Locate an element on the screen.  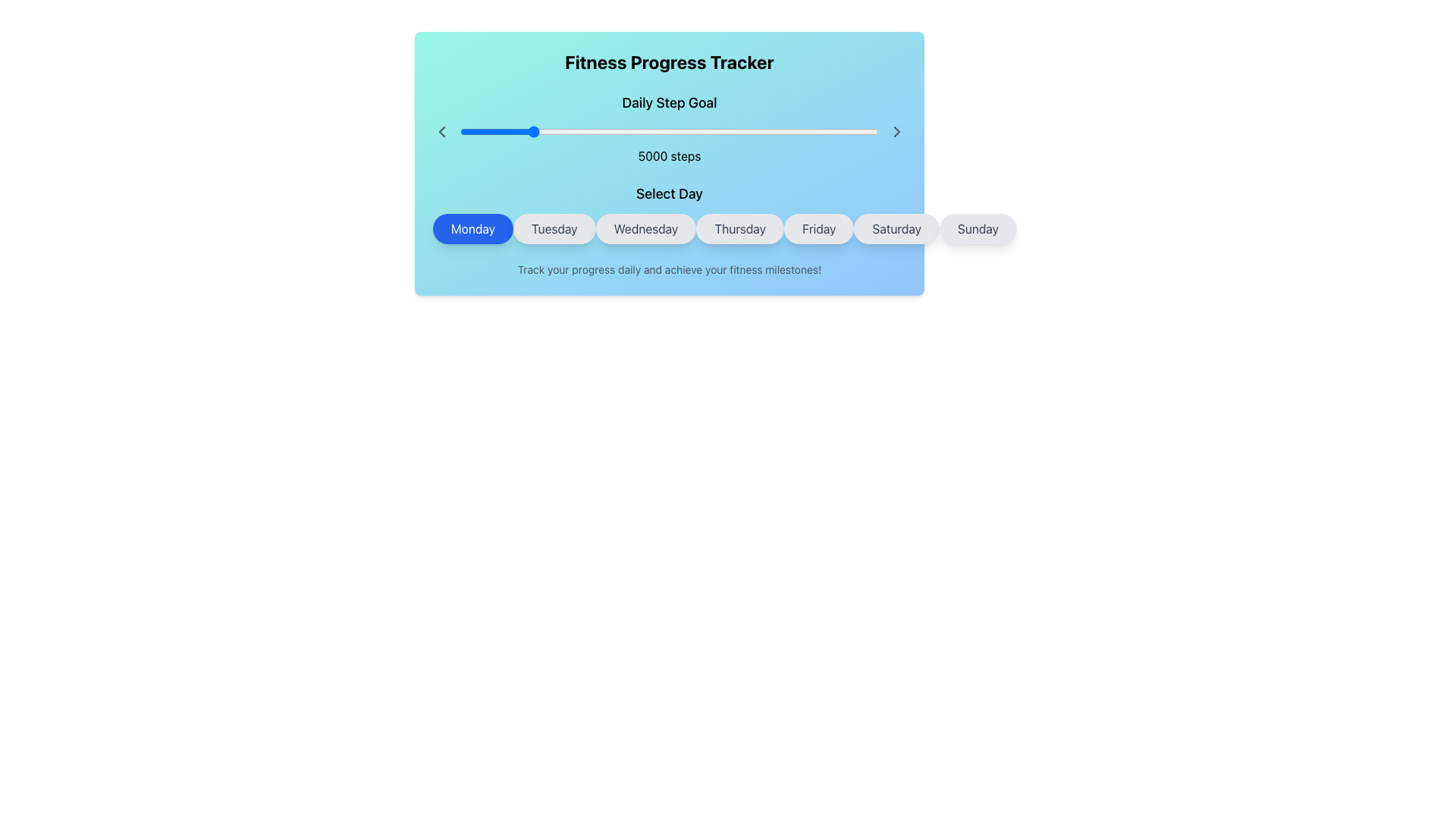
the daily step goal is located at coordinates (482, 130).